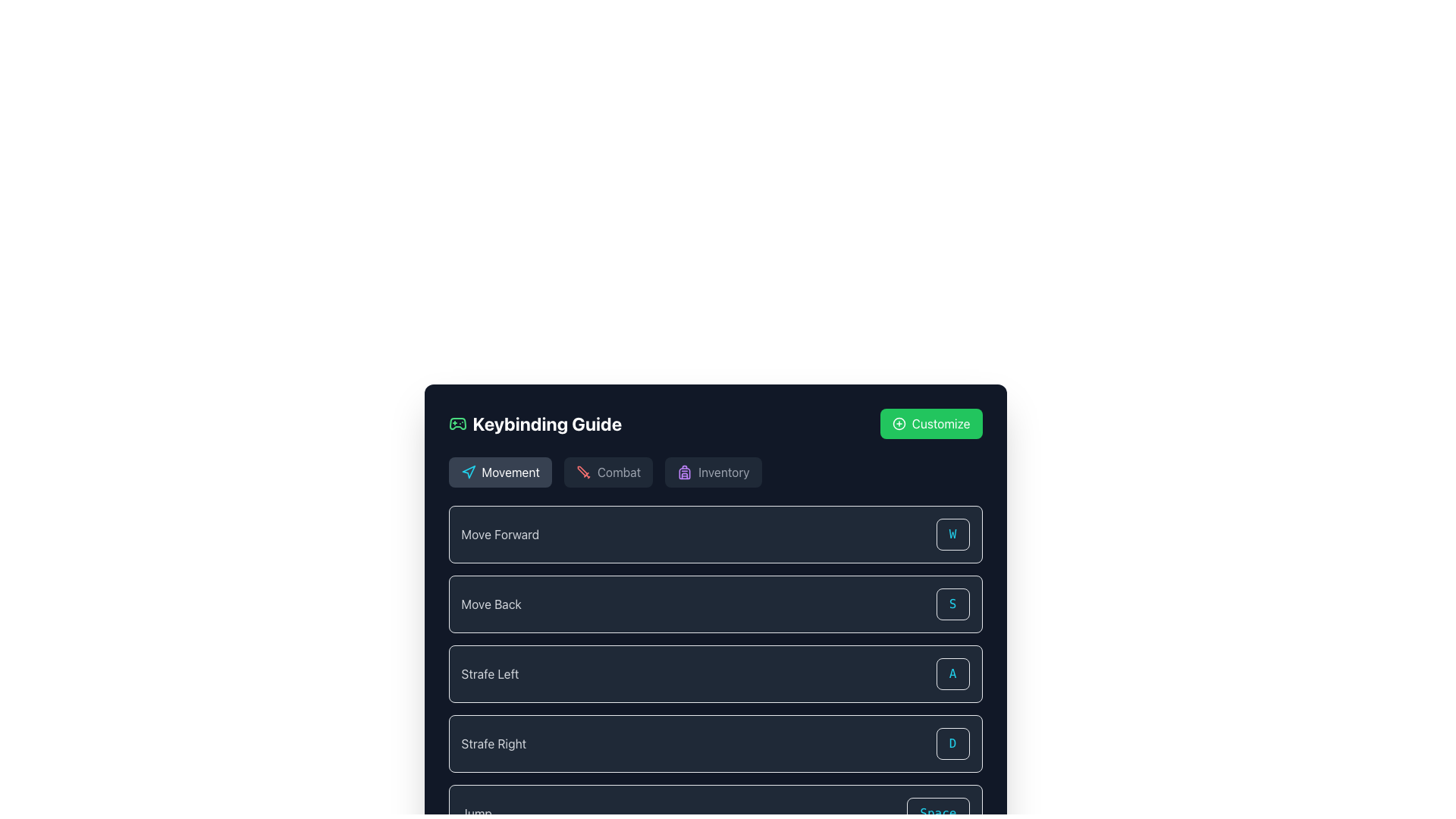  I want to click on the 'Movement' icon located on the left side of the text 'Movement' within the button at the top of the main interface, so click(467, 472).